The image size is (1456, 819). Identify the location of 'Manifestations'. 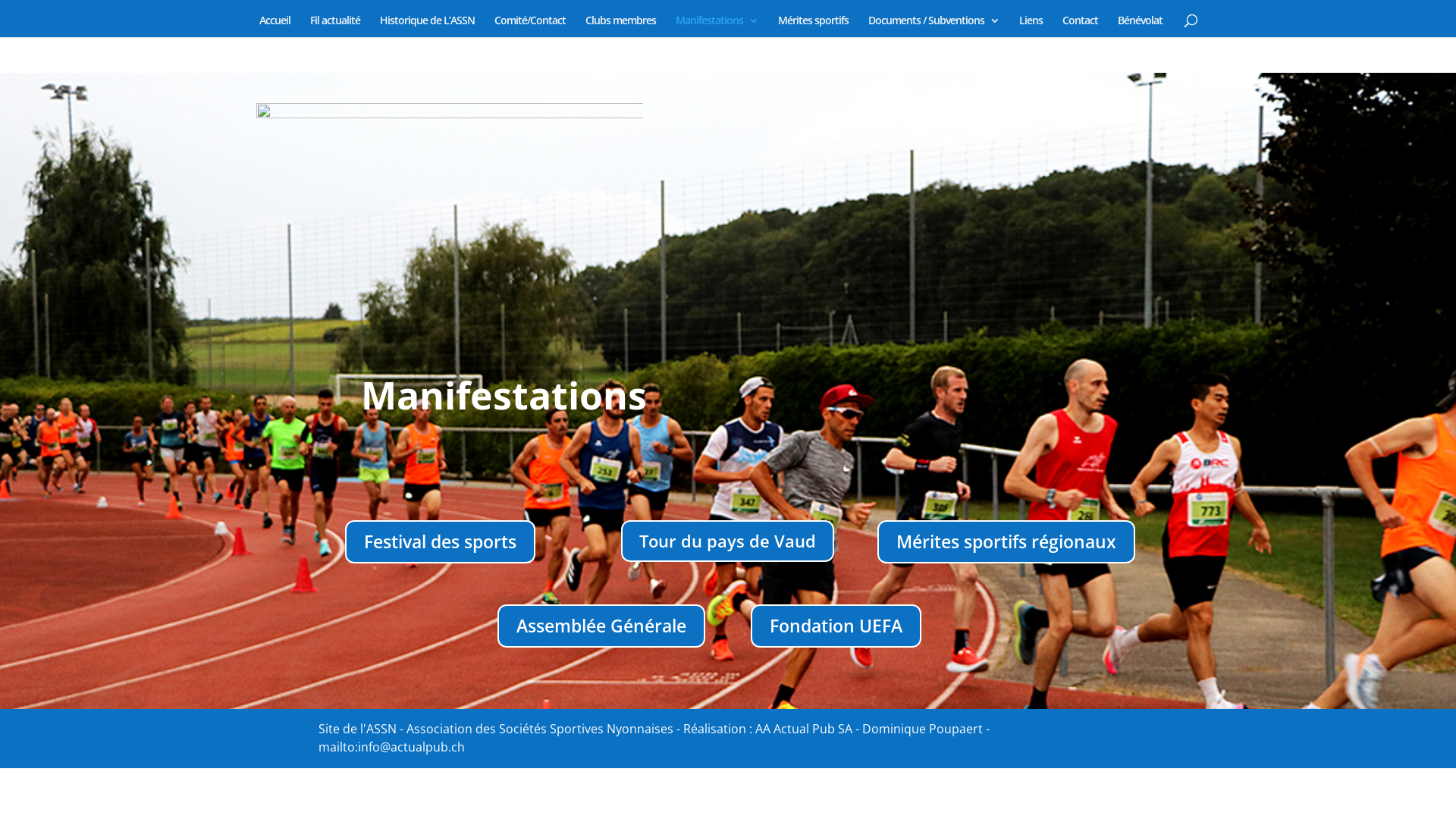
(715, 26).